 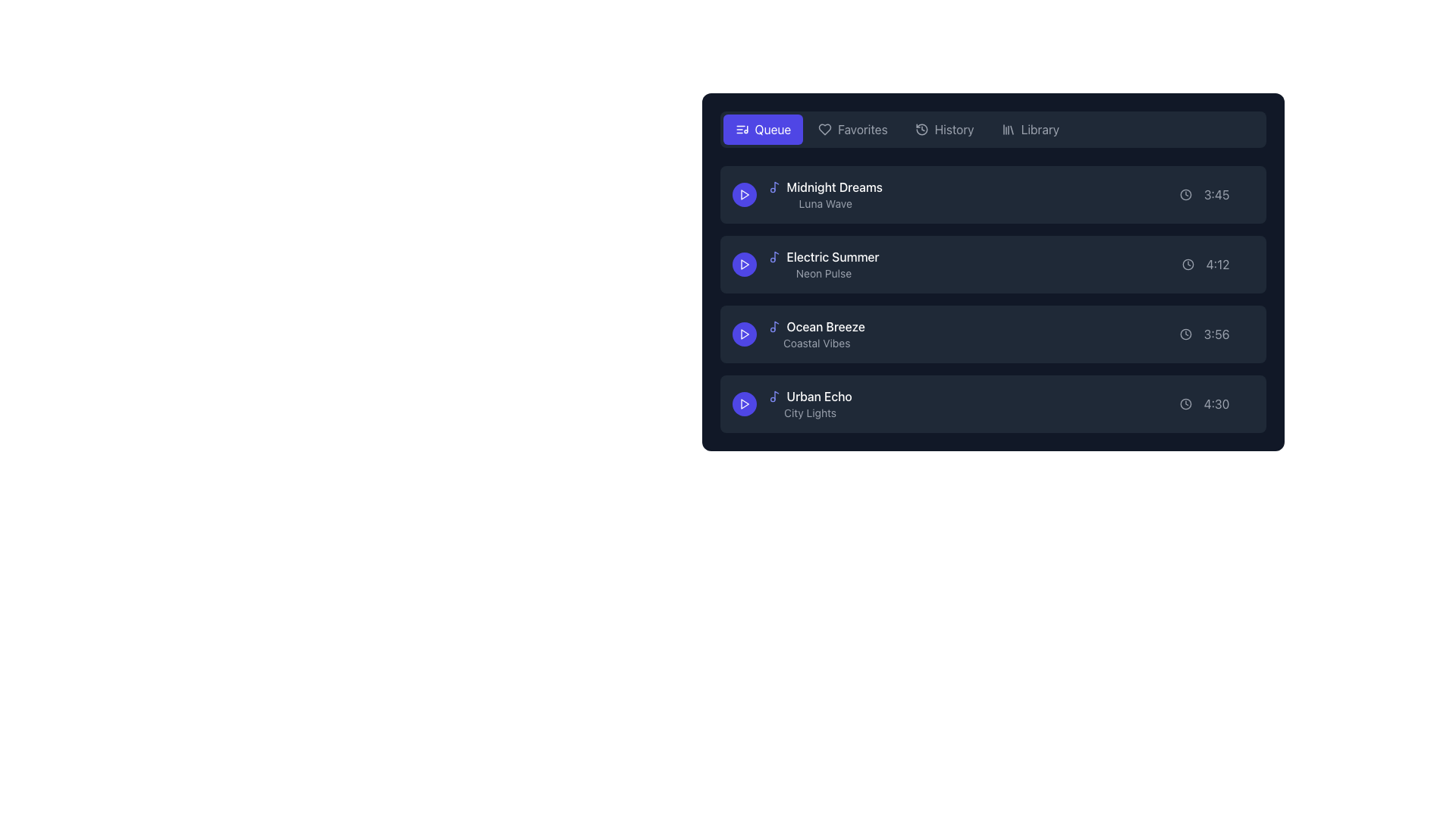 What do you see at coordinates (774, 326) in the screenshot?
I see `the vibrant indigo musical note icon located to the left of the text 'Ocean Breeze' in the third row of the list` at bounding box center [774, 326].